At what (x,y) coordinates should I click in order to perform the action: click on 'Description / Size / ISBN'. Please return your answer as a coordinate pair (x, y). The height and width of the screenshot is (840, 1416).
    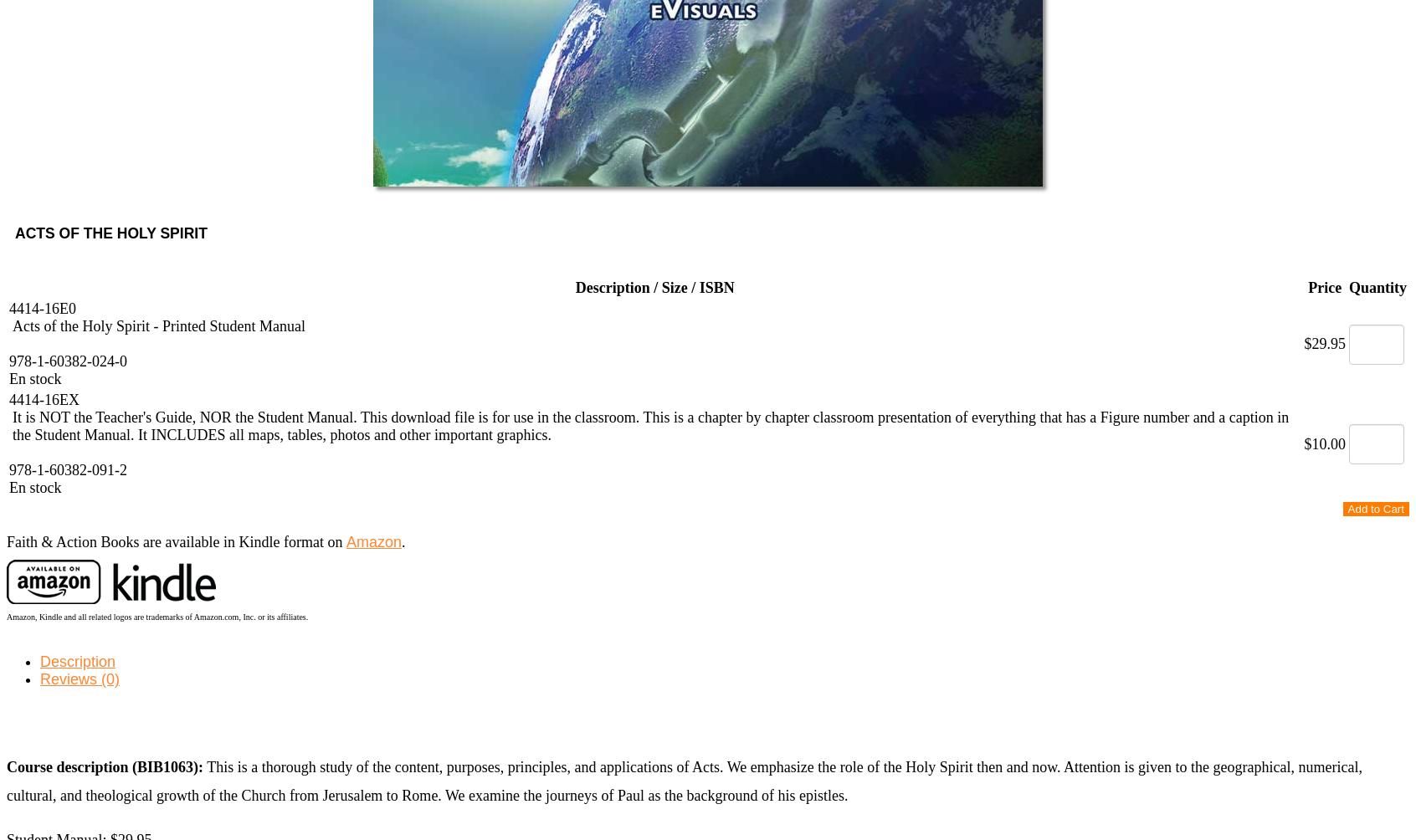
    Looking at the image, I should click on (654, 287).